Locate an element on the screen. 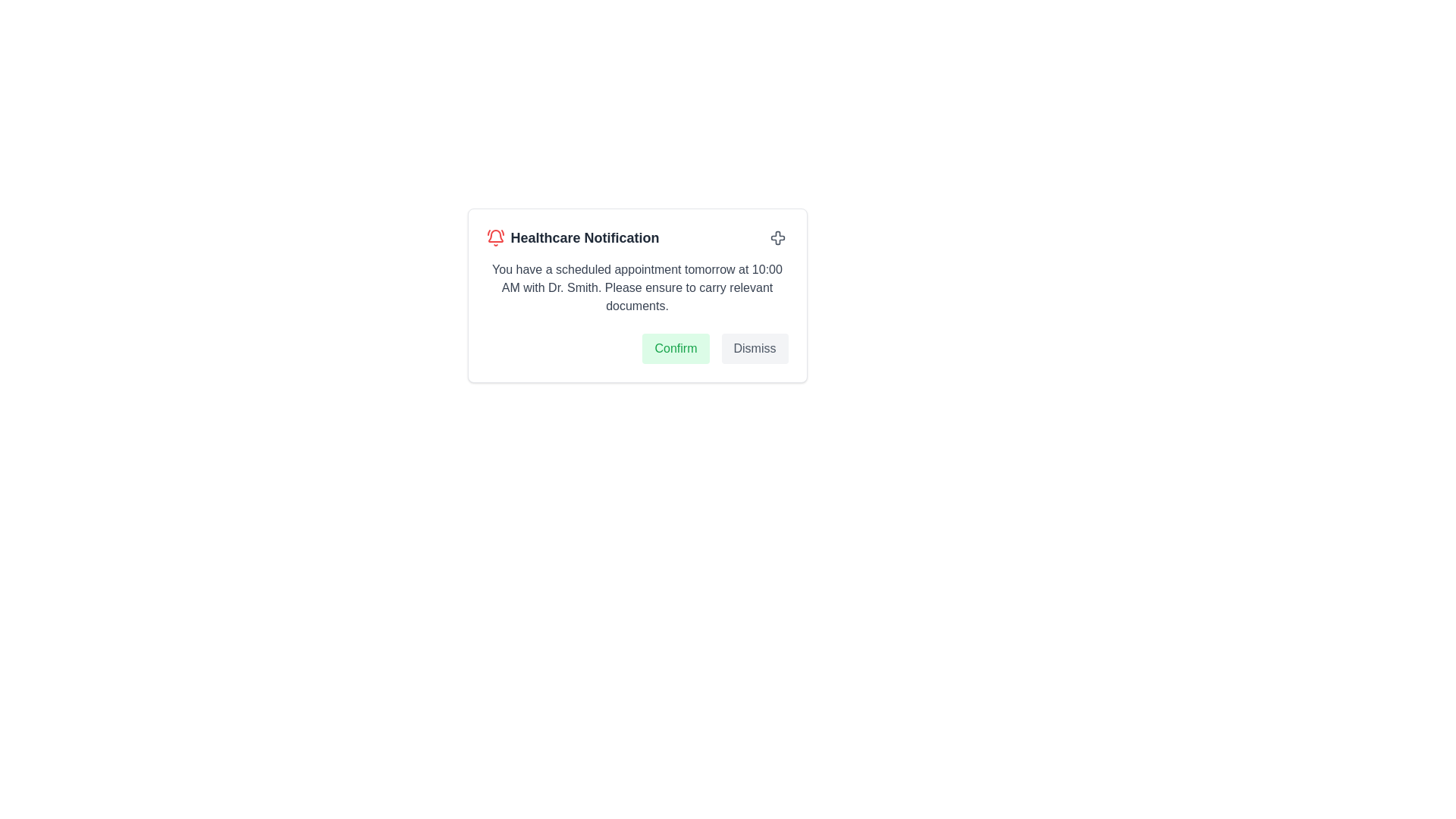 The image size is (1456, 819). the leftmost button in the group of two buttons at the bottom of the healthcare notification dialog box to confirm the action is located at coordinates (675, 348).